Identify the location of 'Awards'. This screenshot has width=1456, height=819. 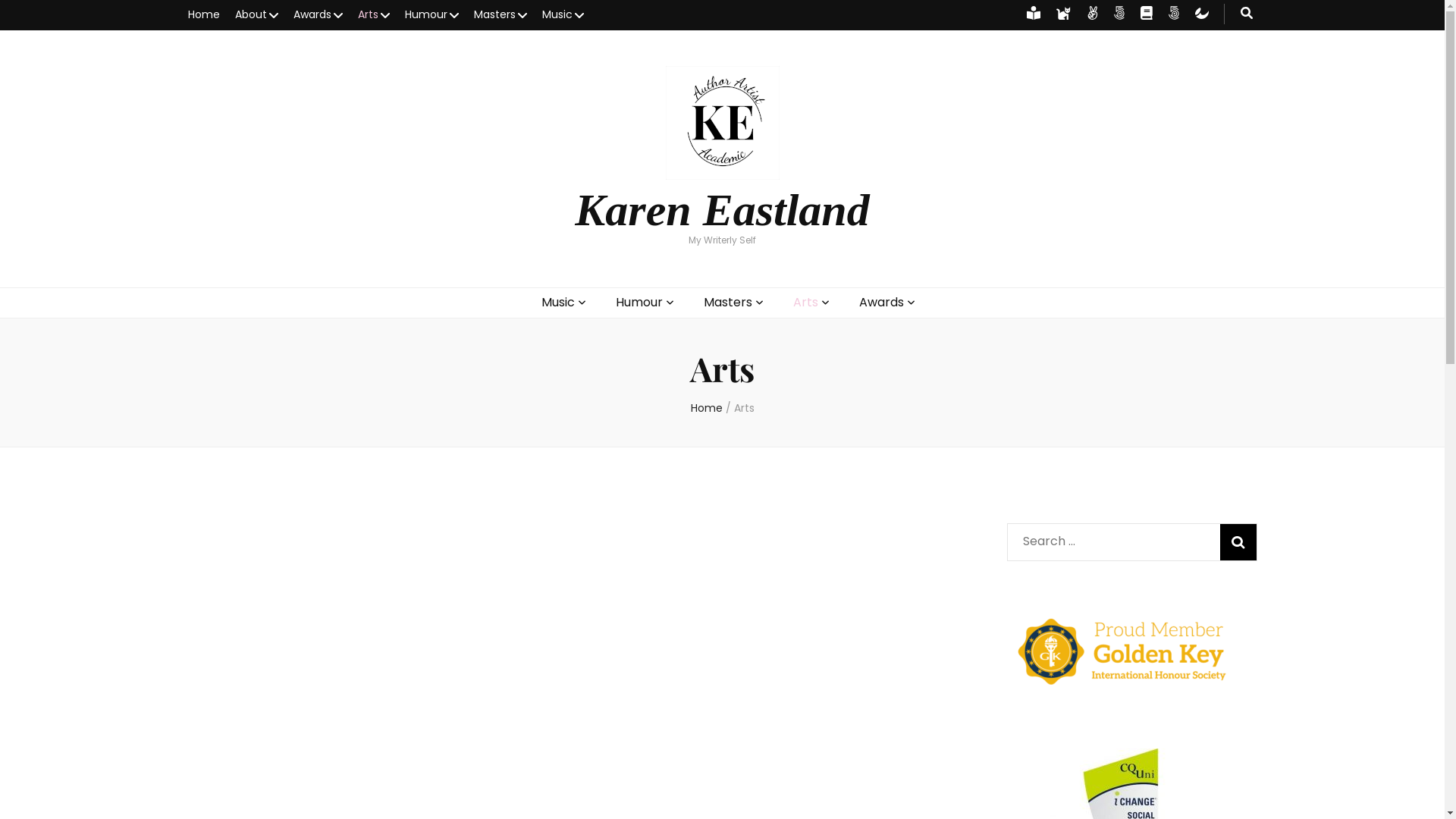
(858, 303).